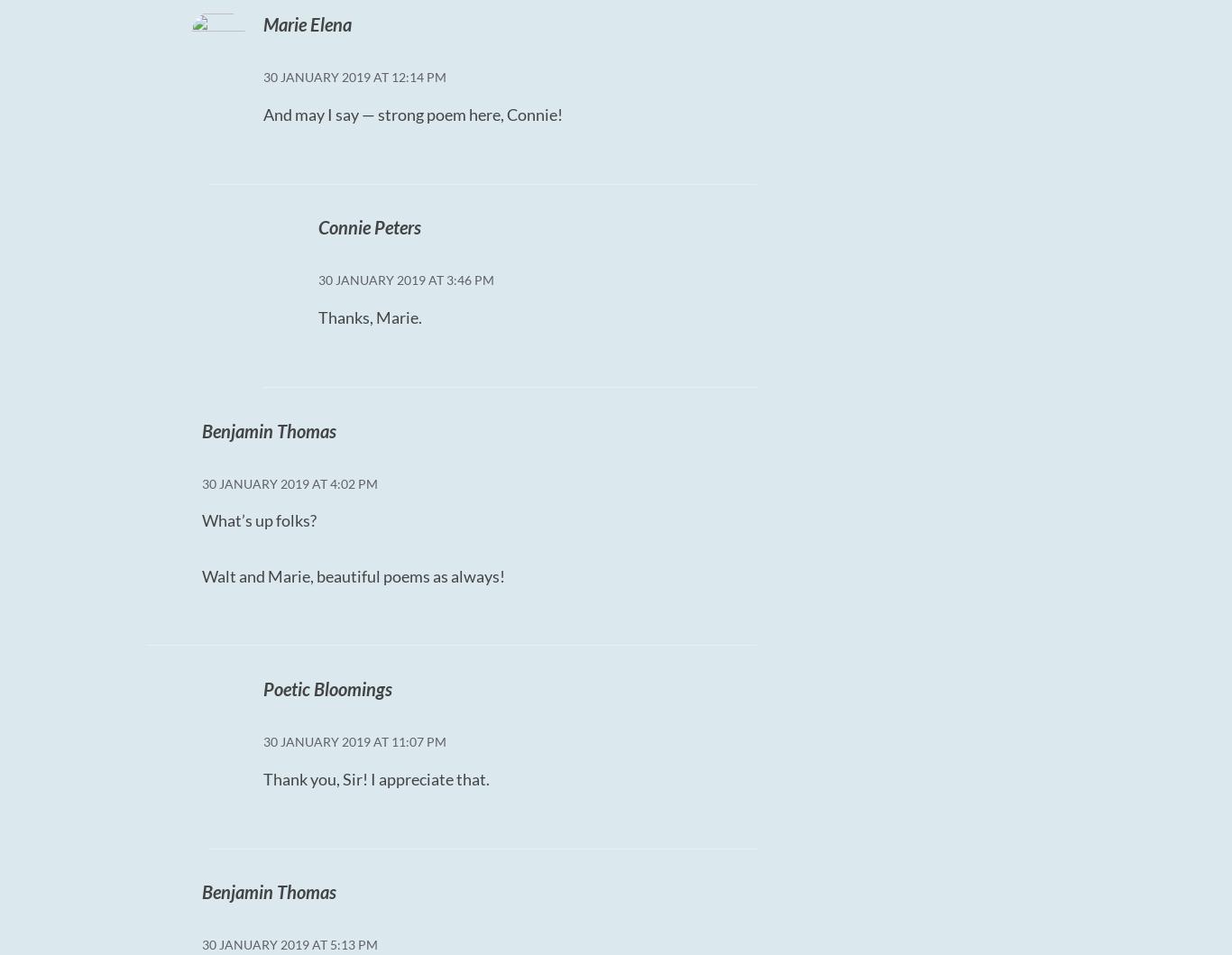 This screenshot has height=955, width=1232. What do you see at coordinates (412, 113) in the screenshot?
I see `'And may I say — strong poem here, Connie!'` at bounding box center [412, 113].